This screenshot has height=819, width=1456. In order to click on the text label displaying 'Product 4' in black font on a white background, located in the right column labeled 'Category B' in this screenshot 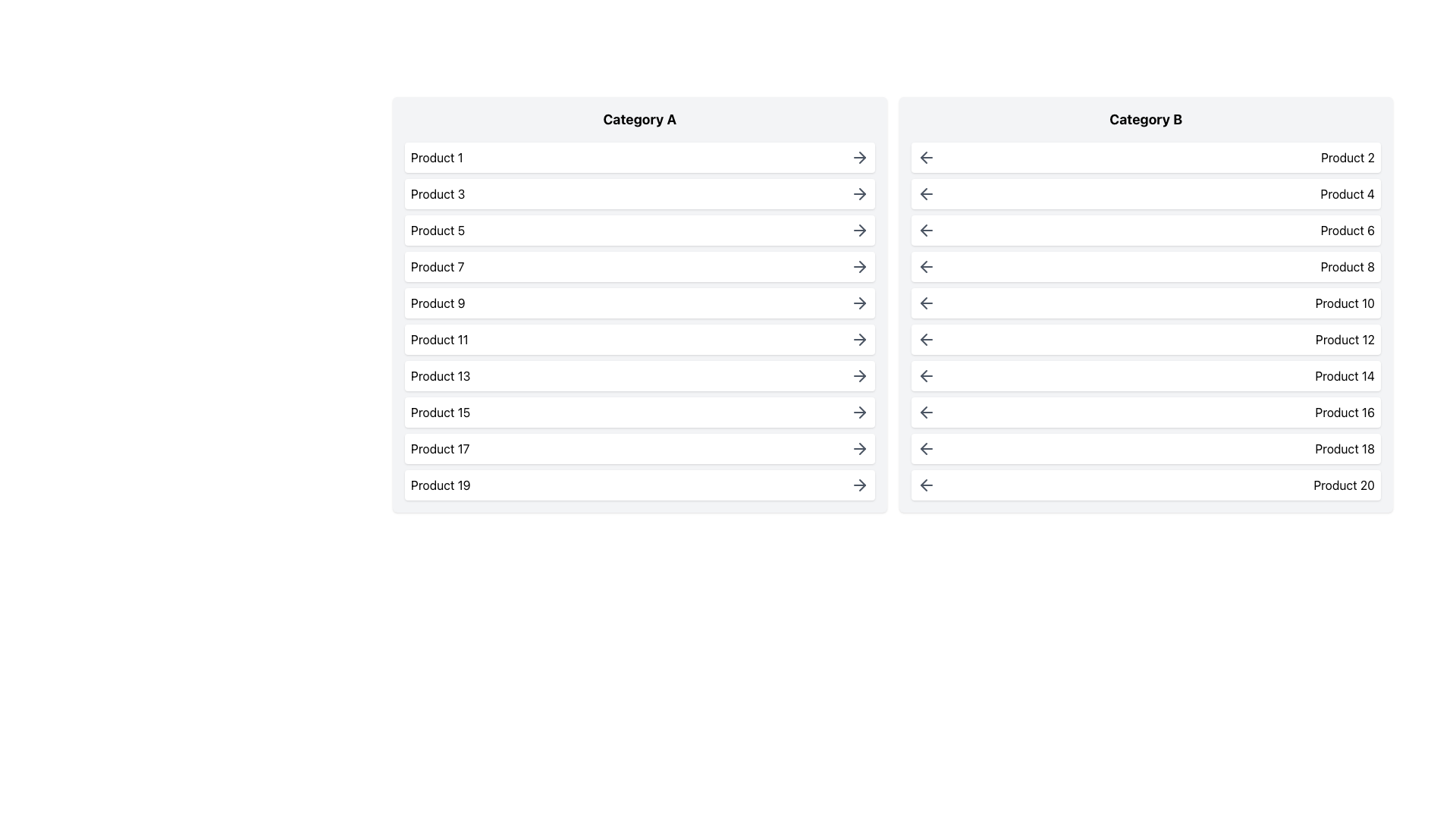, I will do `click(1348, 193)`.